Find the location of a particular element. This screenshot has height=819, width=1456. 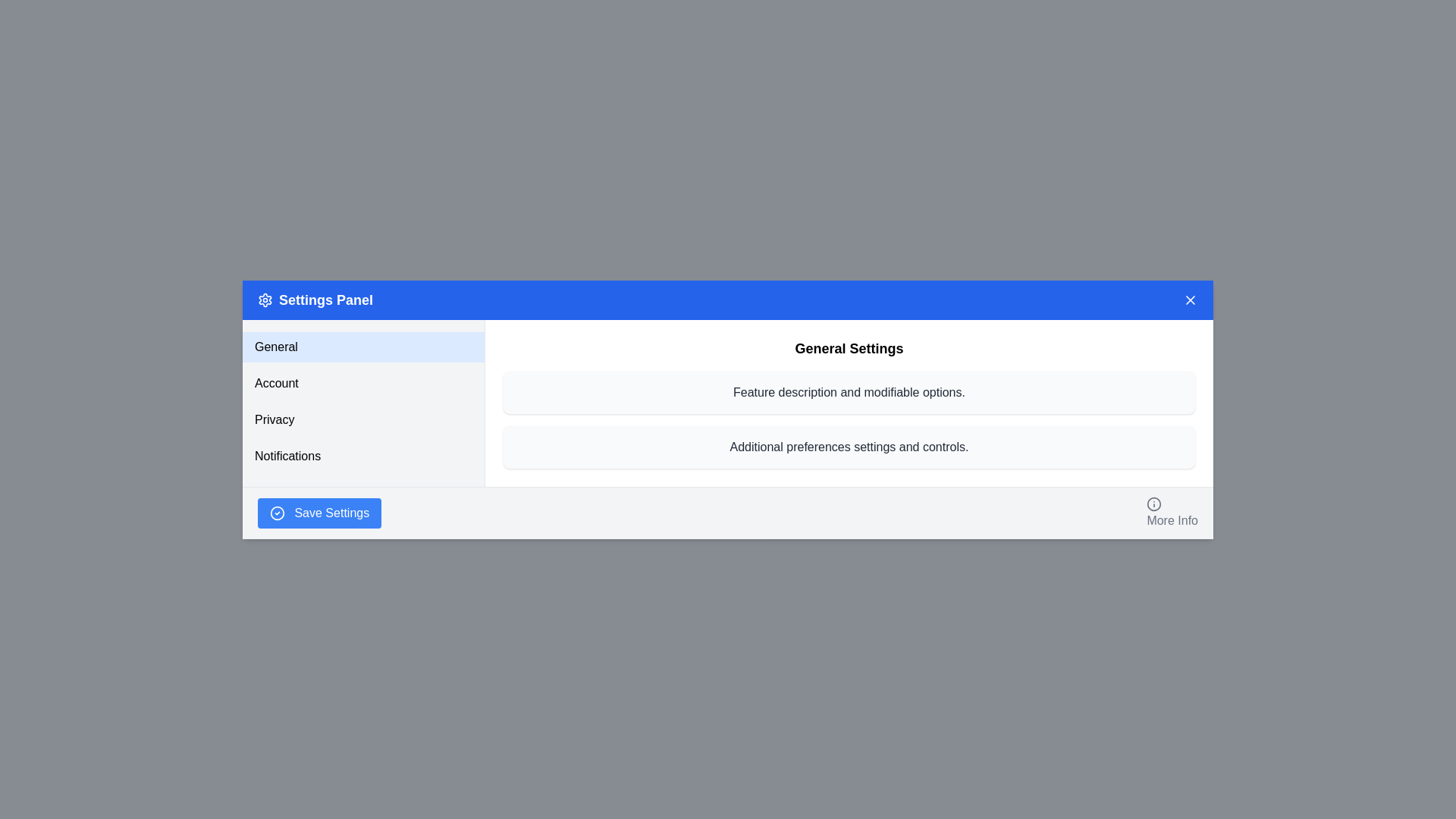

the confirmation icon located at the left end of the 'Save Settings' button, adjacent to its text label is located at coordinates (277, 513).